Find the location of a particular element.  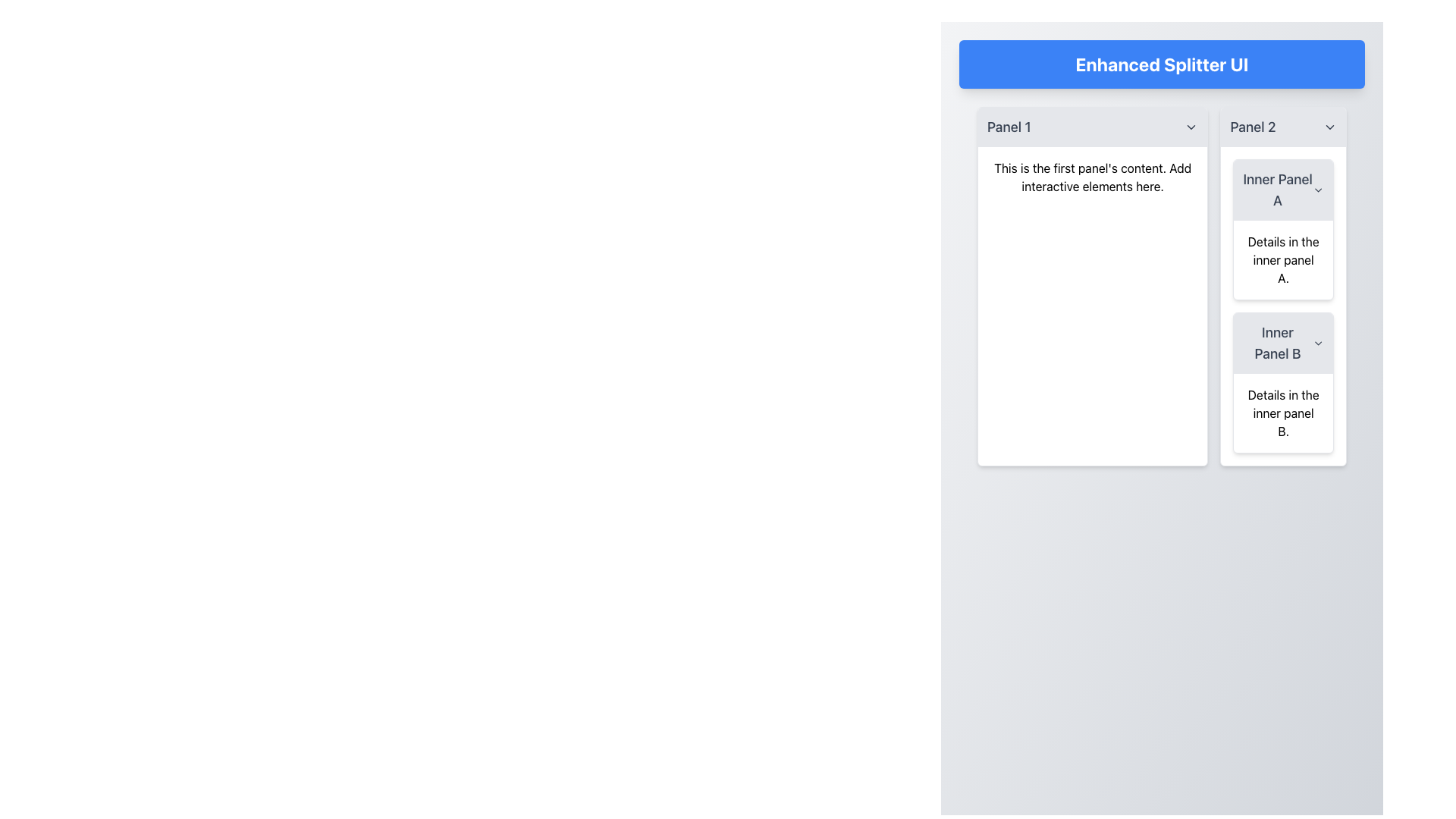

descriptive text within the 'Inner Panel B' located under 'Panel 2' is located at coordinates (1282, 413).